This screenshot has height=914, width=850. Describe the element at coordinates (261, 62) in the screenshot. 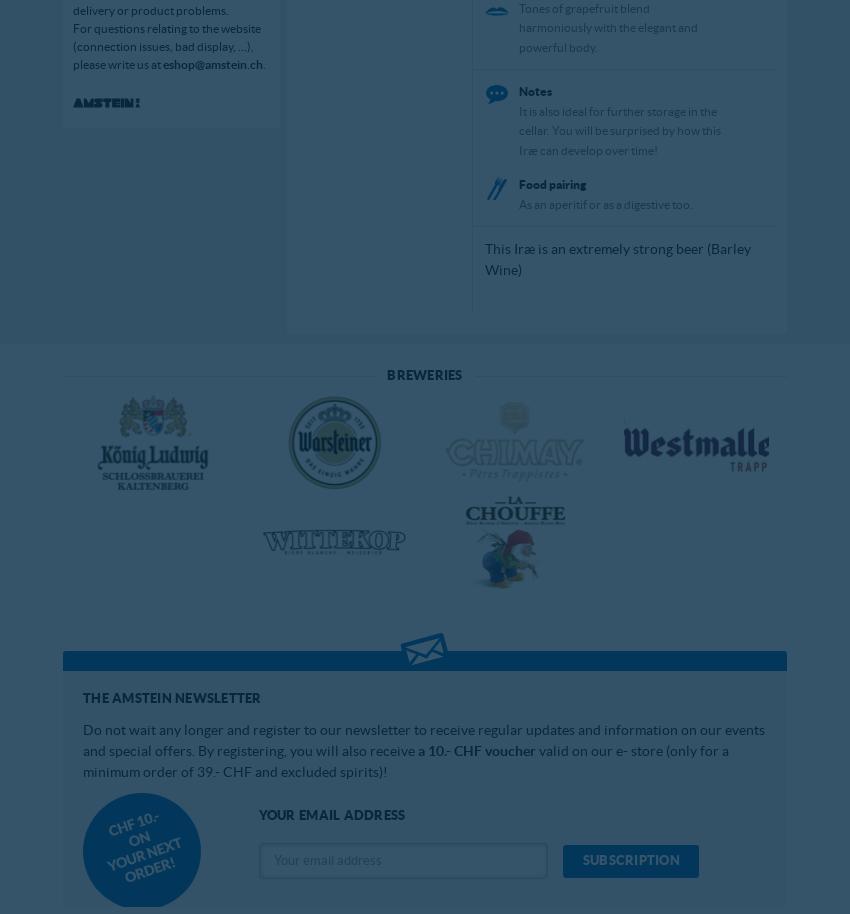

I see `'.'` at that location.